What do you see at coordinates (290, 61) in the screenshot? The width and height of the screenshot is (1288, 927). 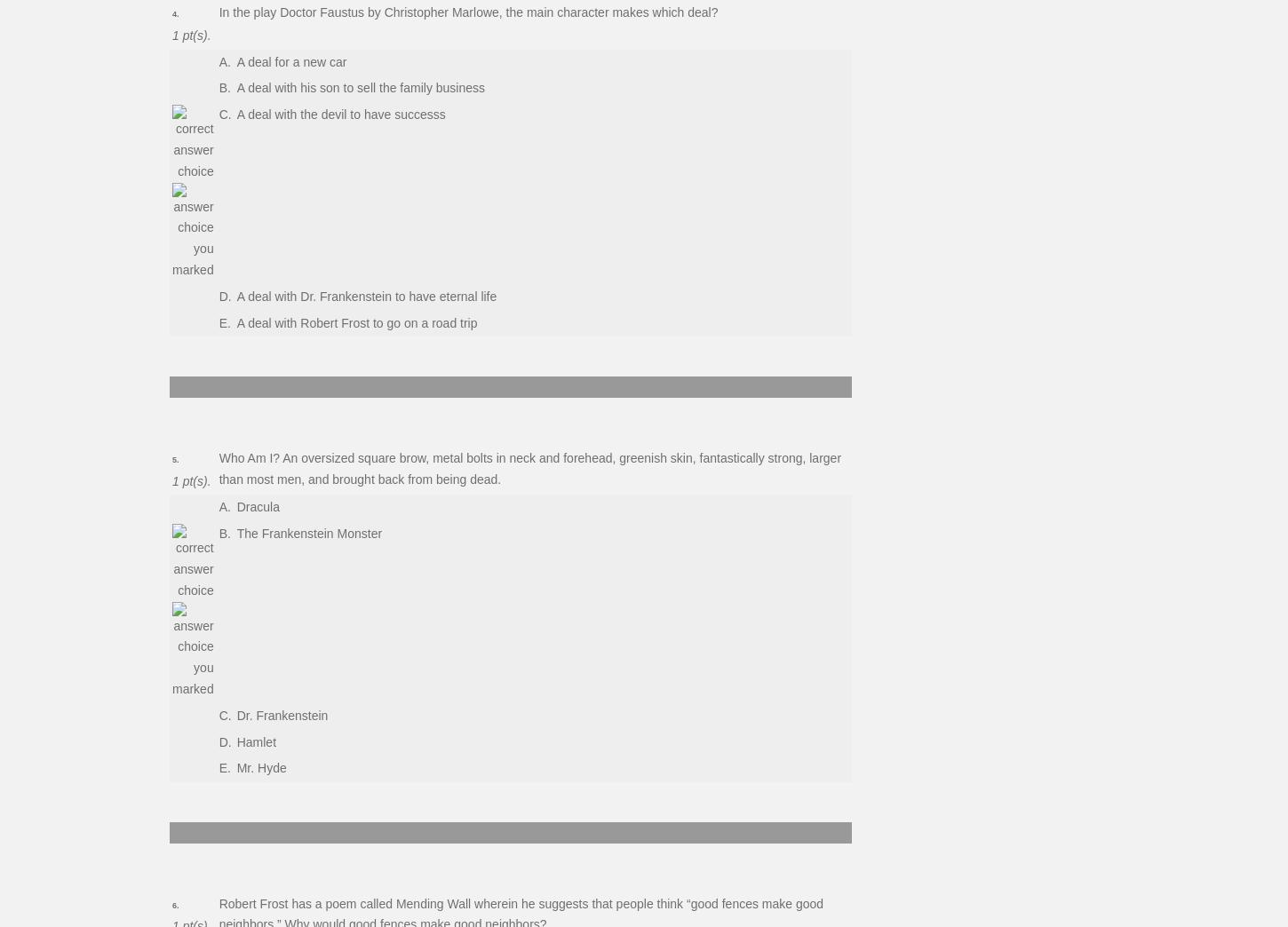 I see `'A deal for a new car'` at bounding box center [290, 61].